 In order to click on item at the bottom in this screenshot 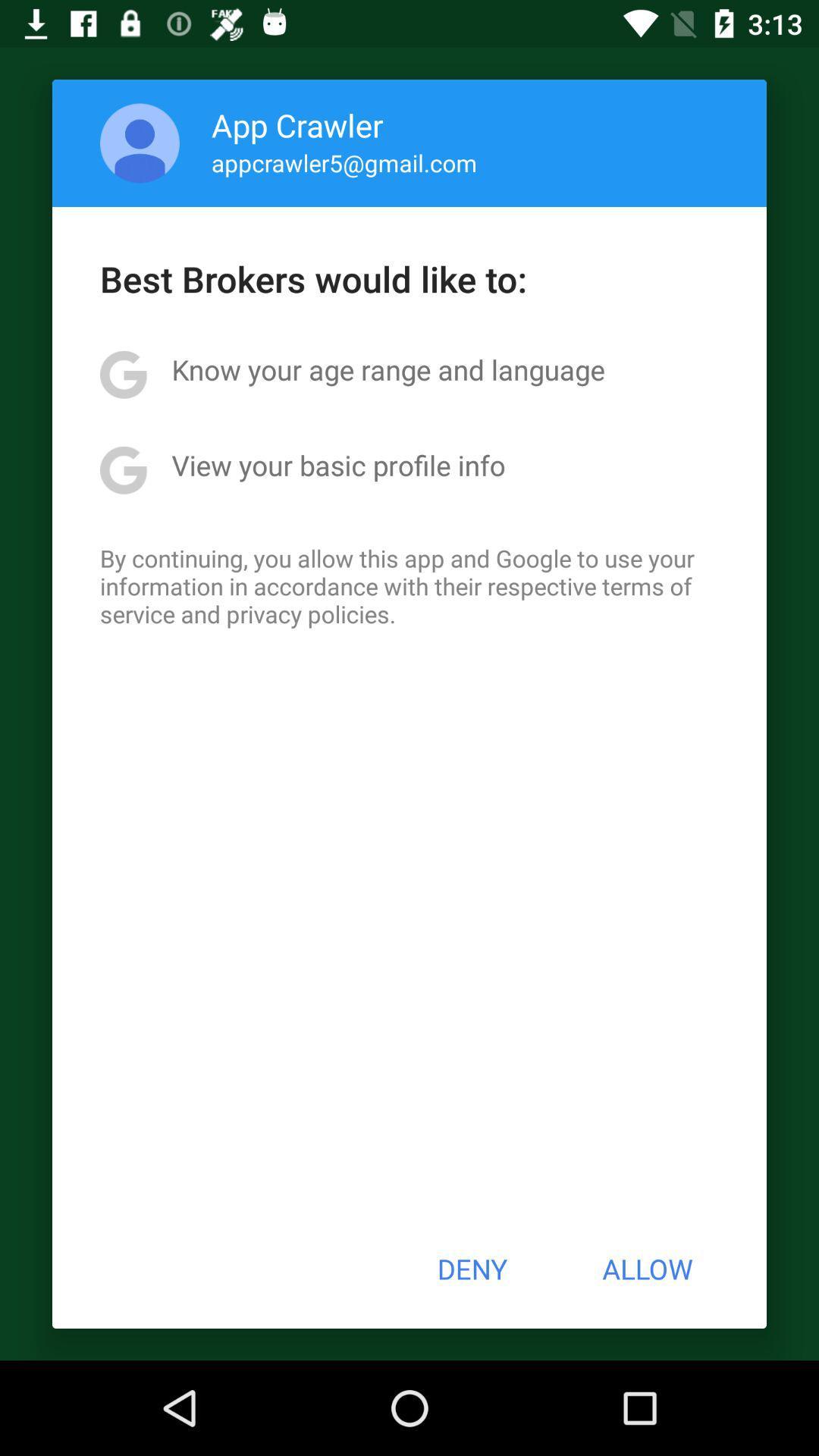, I will do `click(471, 1269)`.